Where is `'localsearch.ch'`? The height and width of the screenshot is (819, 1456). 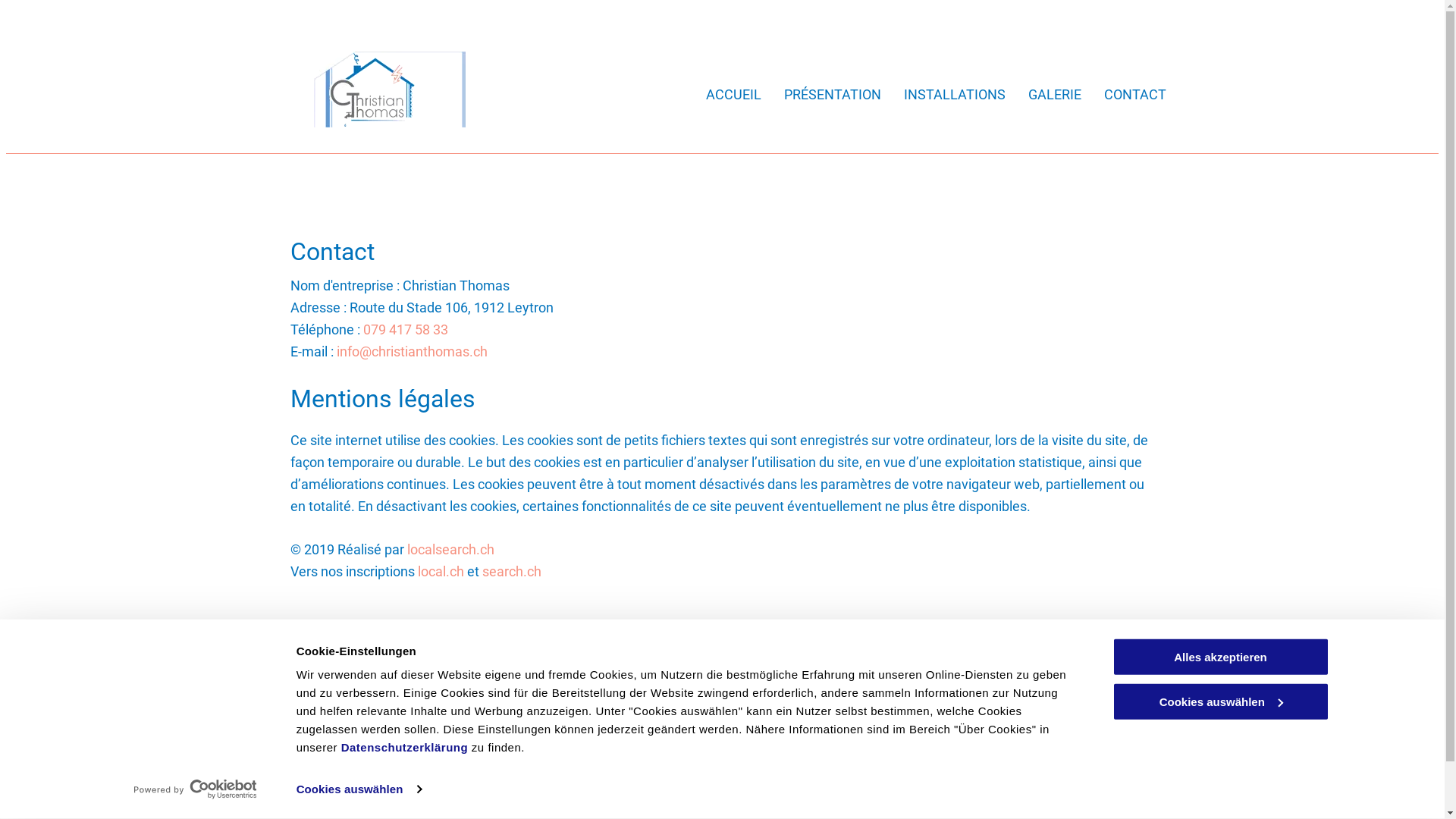 'localsearch.ch' is located at coordinates (449, 549).